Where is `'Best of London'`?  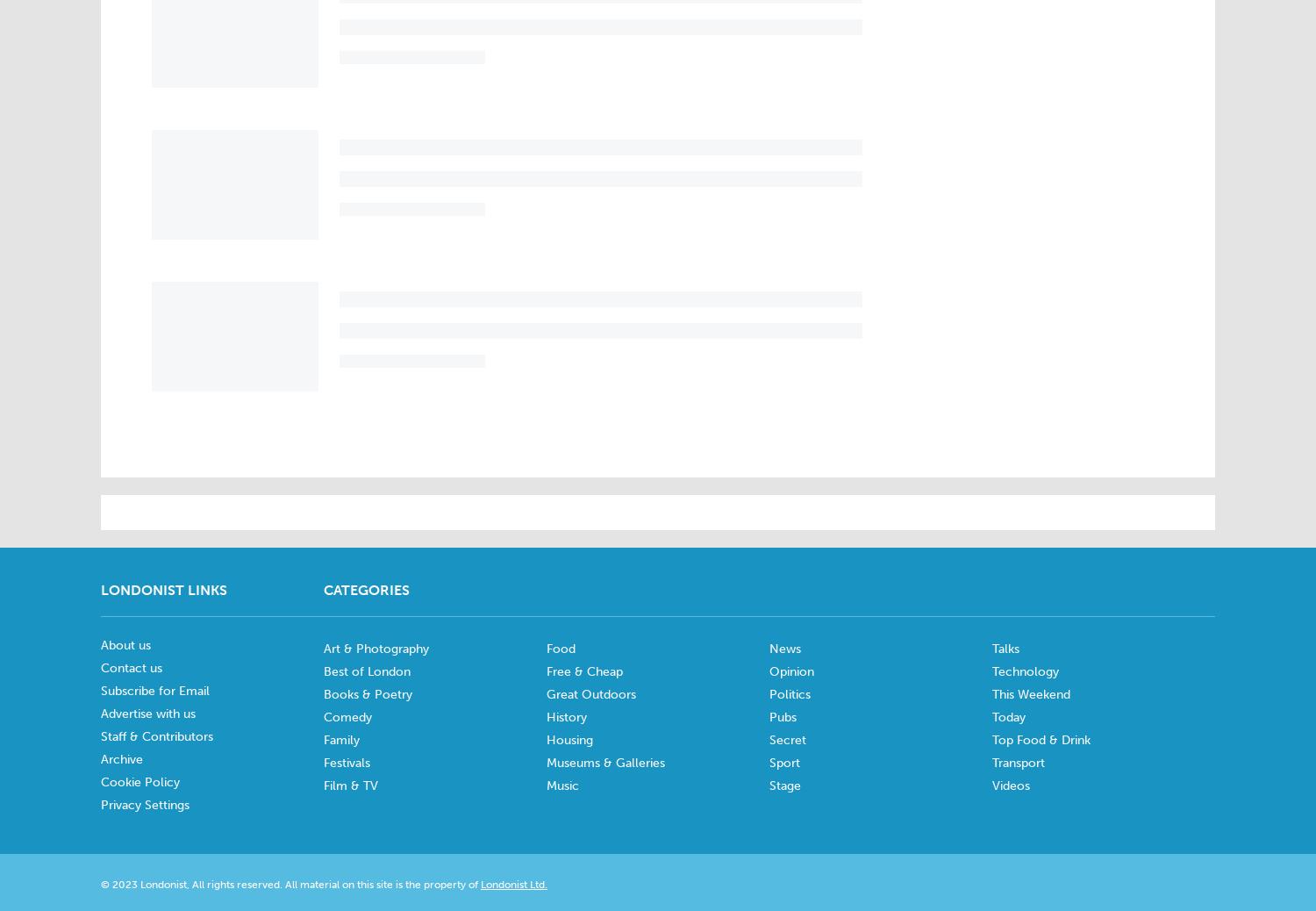
'Best of London' is located at coordinates (367, 671).